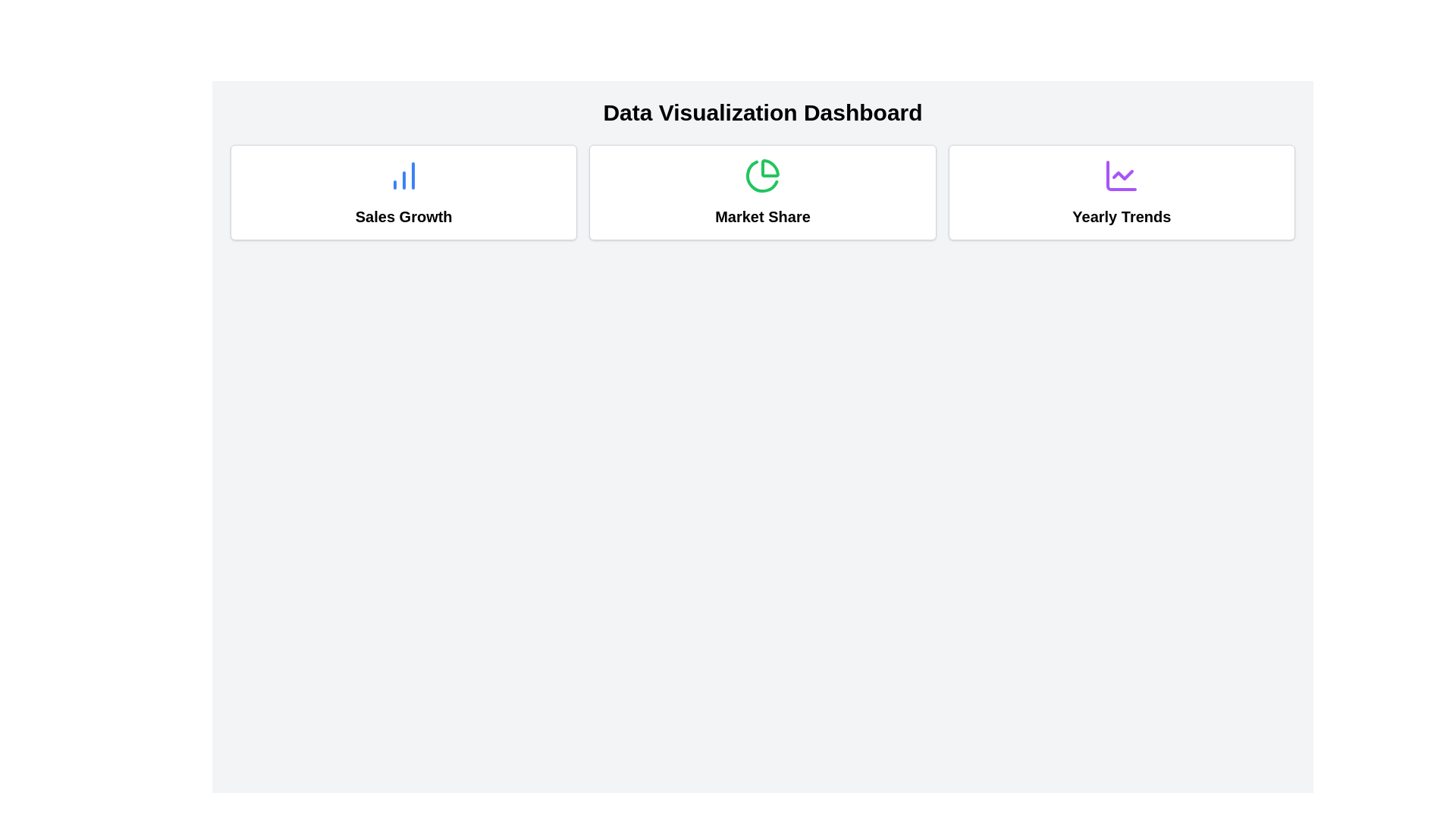  What do you see at coordinates (762, 174) in the screenshot?
I see `the 'Market Share' icon within the Data Visualization Dashboard interface, which is part of a selection interface for data categories` at bounding box center [762, 174].